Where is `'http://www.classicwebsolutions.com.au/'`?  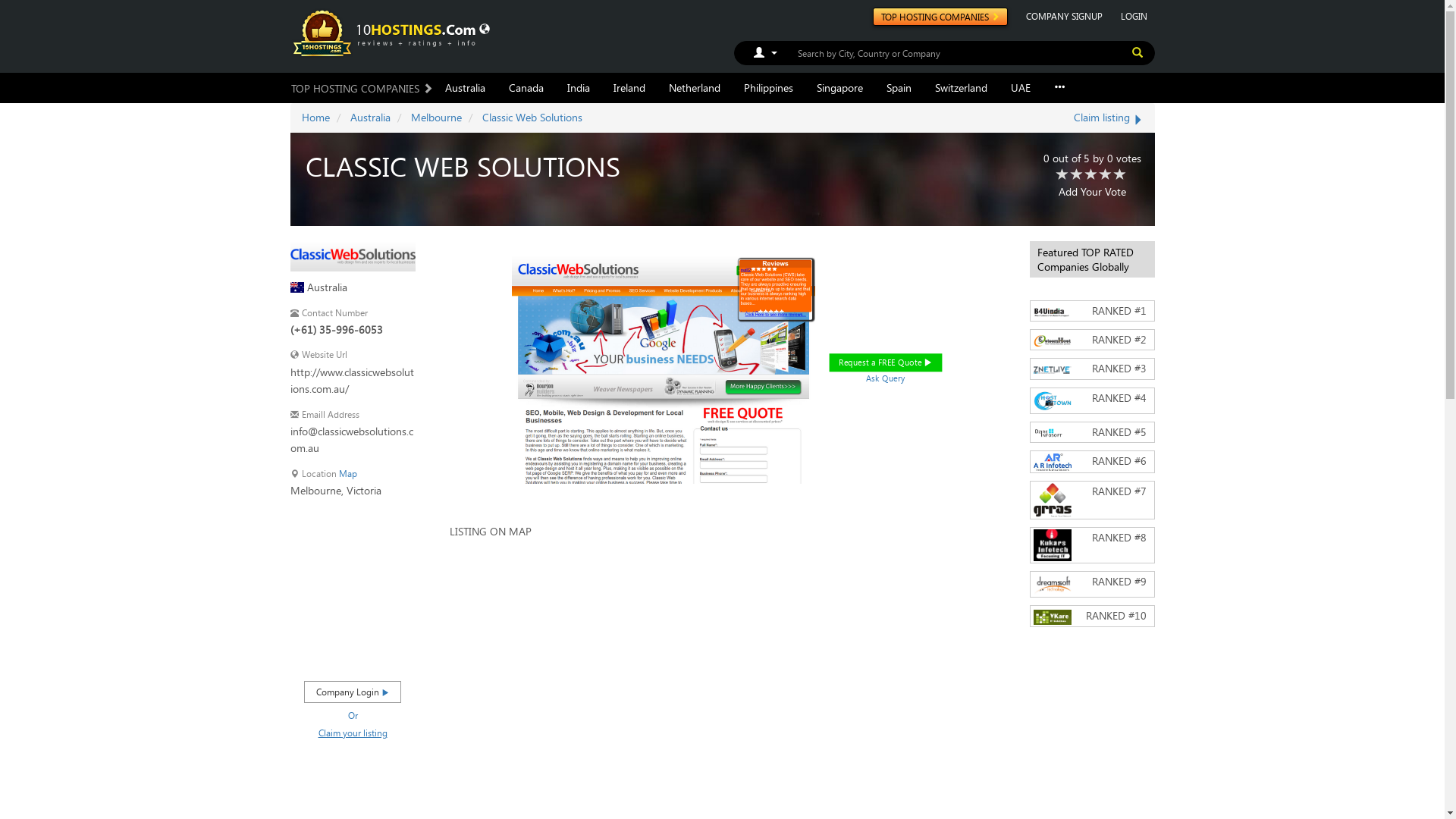 'http://www.classicwebsolutions.com.au/' is located at coordinates (350, 379).